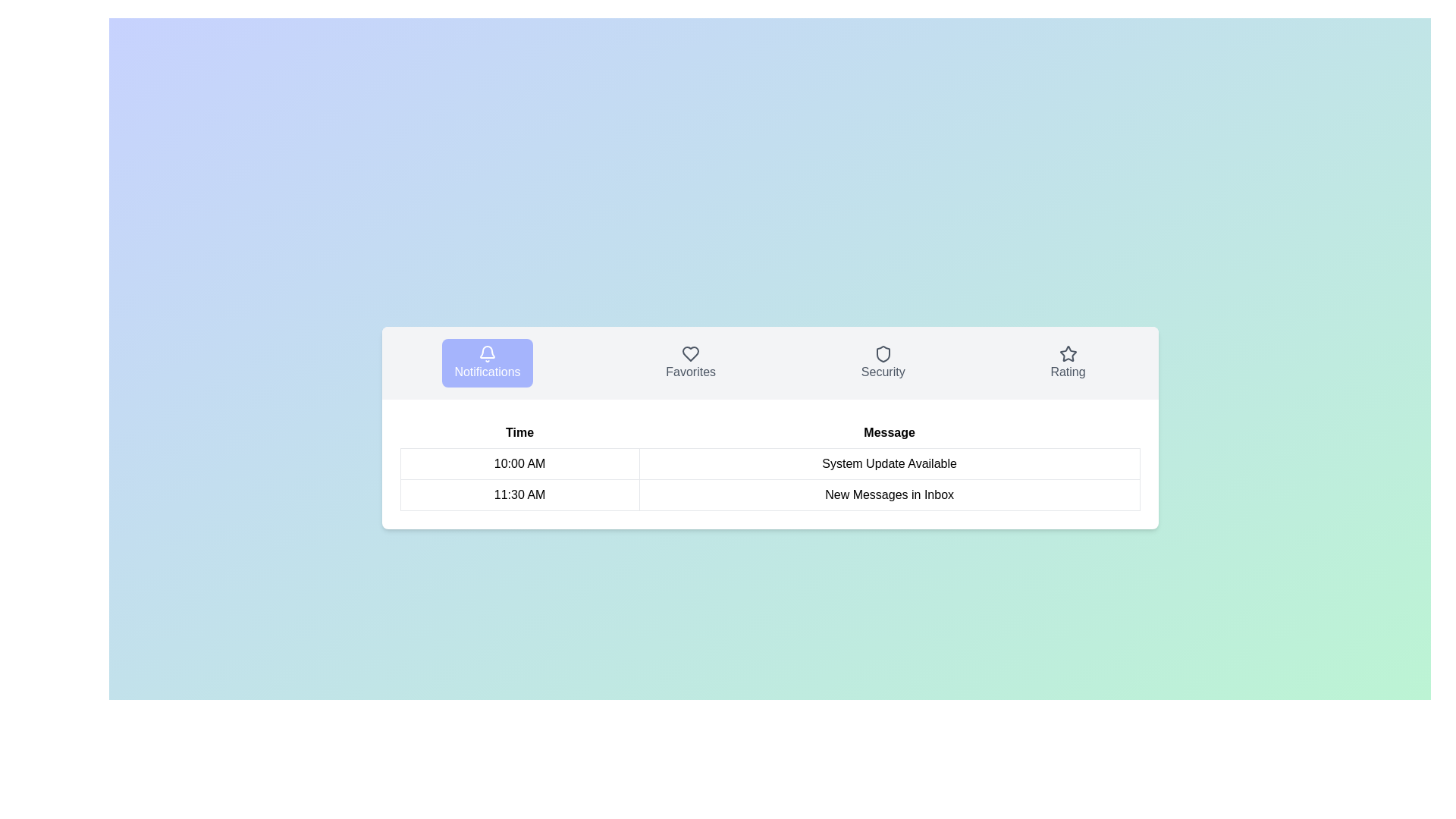 This screenshot has height=819, width=1456. I want to click on star icon located in the 'Rating' section of the navigation bar, which is visually distinctive with its outlined five-point shape, so click(1067, 353).